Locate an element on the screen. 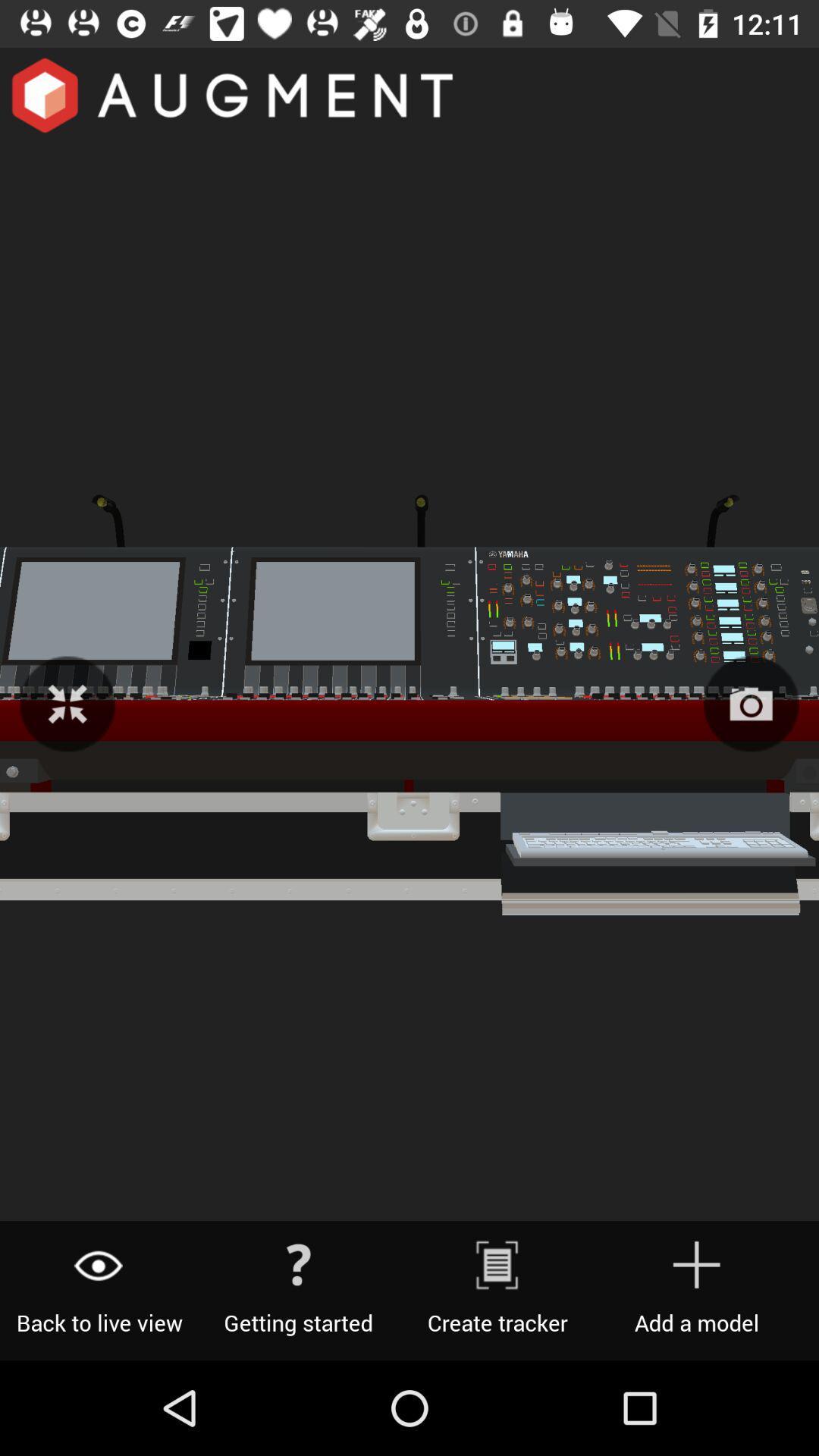 Image resolution: width=819 pixels, height=1456 pixels. the camera is located at coordinates (751, 703).